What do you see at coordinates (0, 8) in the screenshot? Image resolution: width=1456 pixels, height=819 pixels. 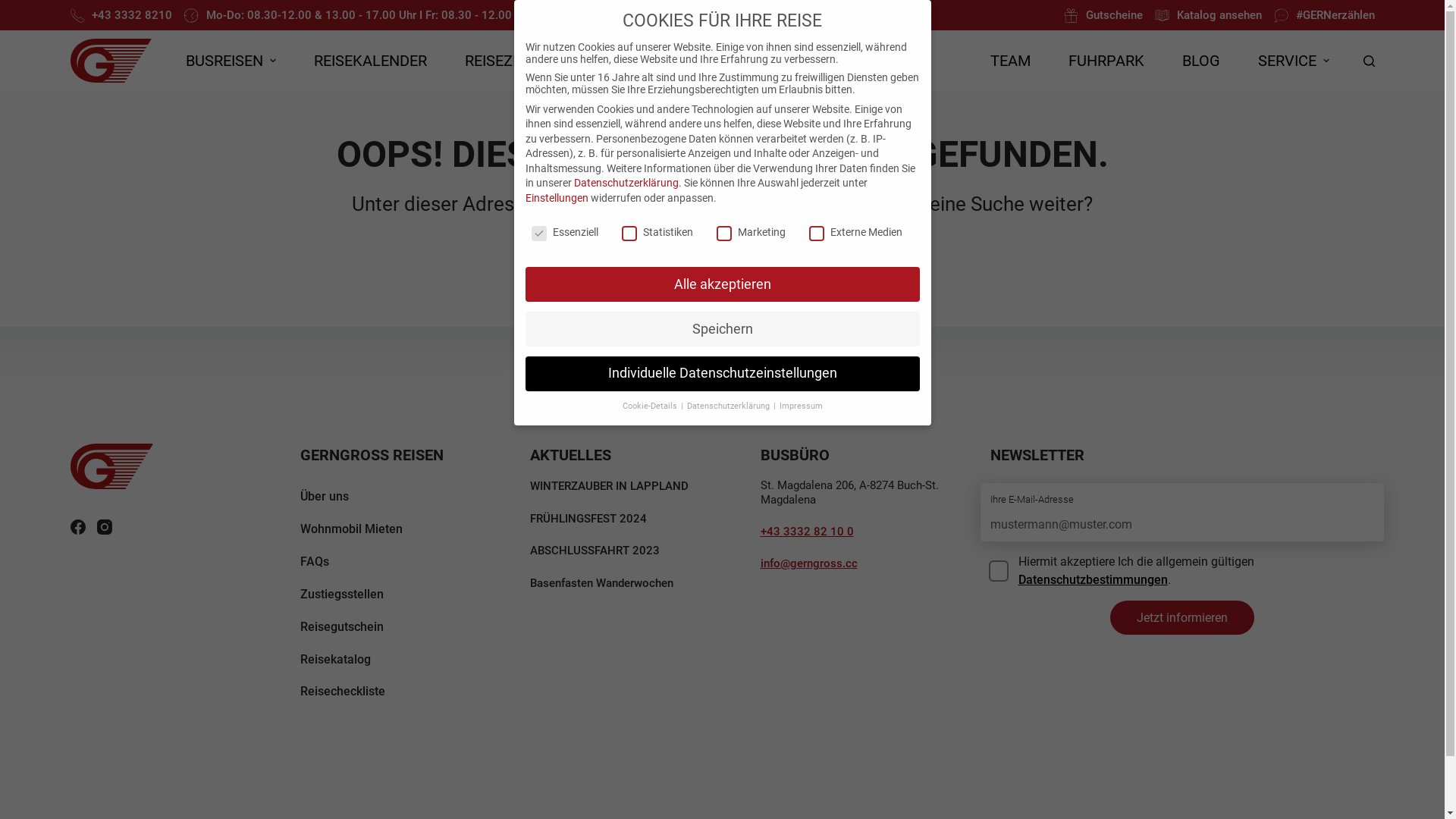 I see `'Zum Inhalt springen'` at bounding box center [0, 8].